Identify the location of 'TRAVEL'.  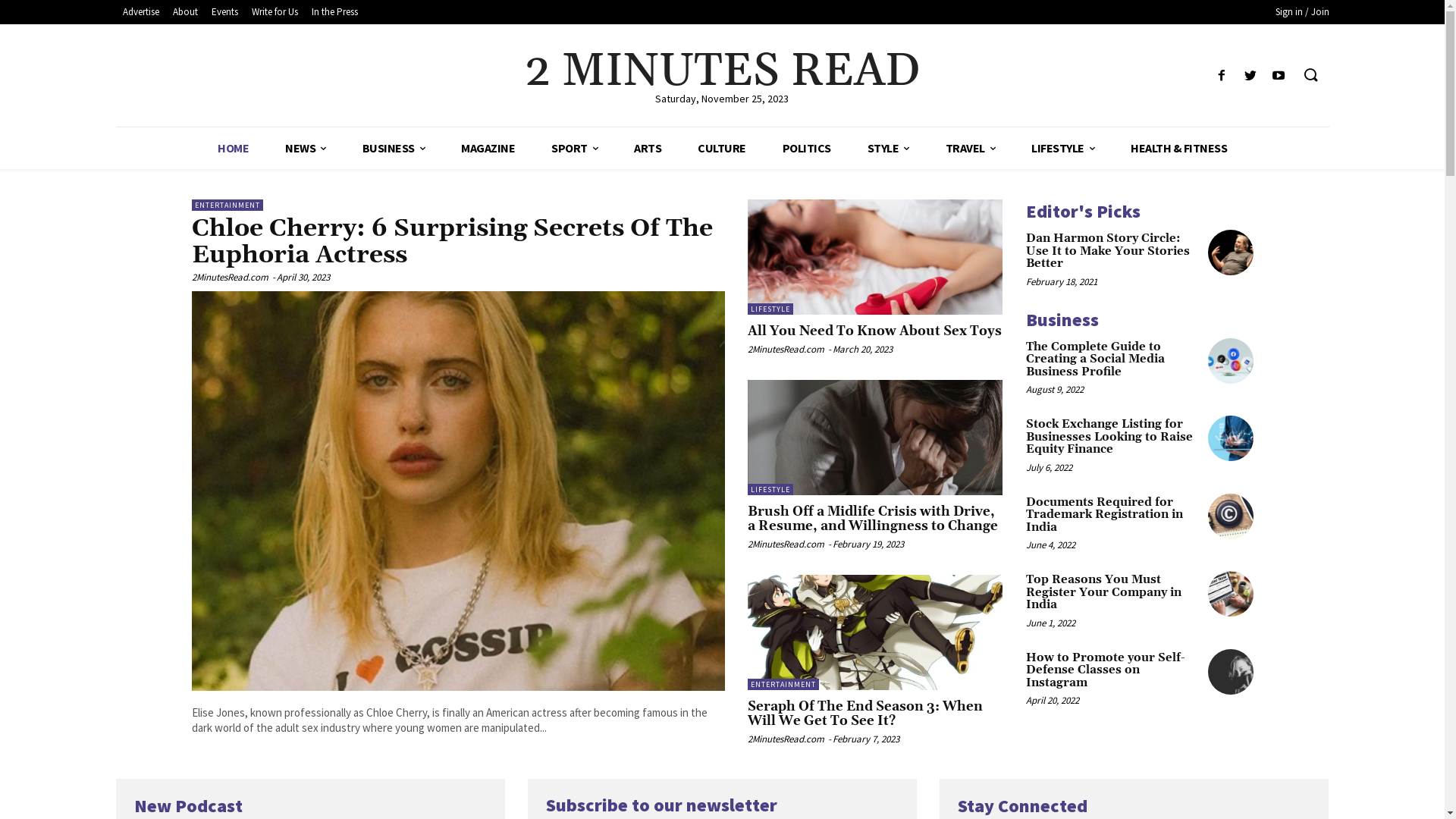
(968, 148).